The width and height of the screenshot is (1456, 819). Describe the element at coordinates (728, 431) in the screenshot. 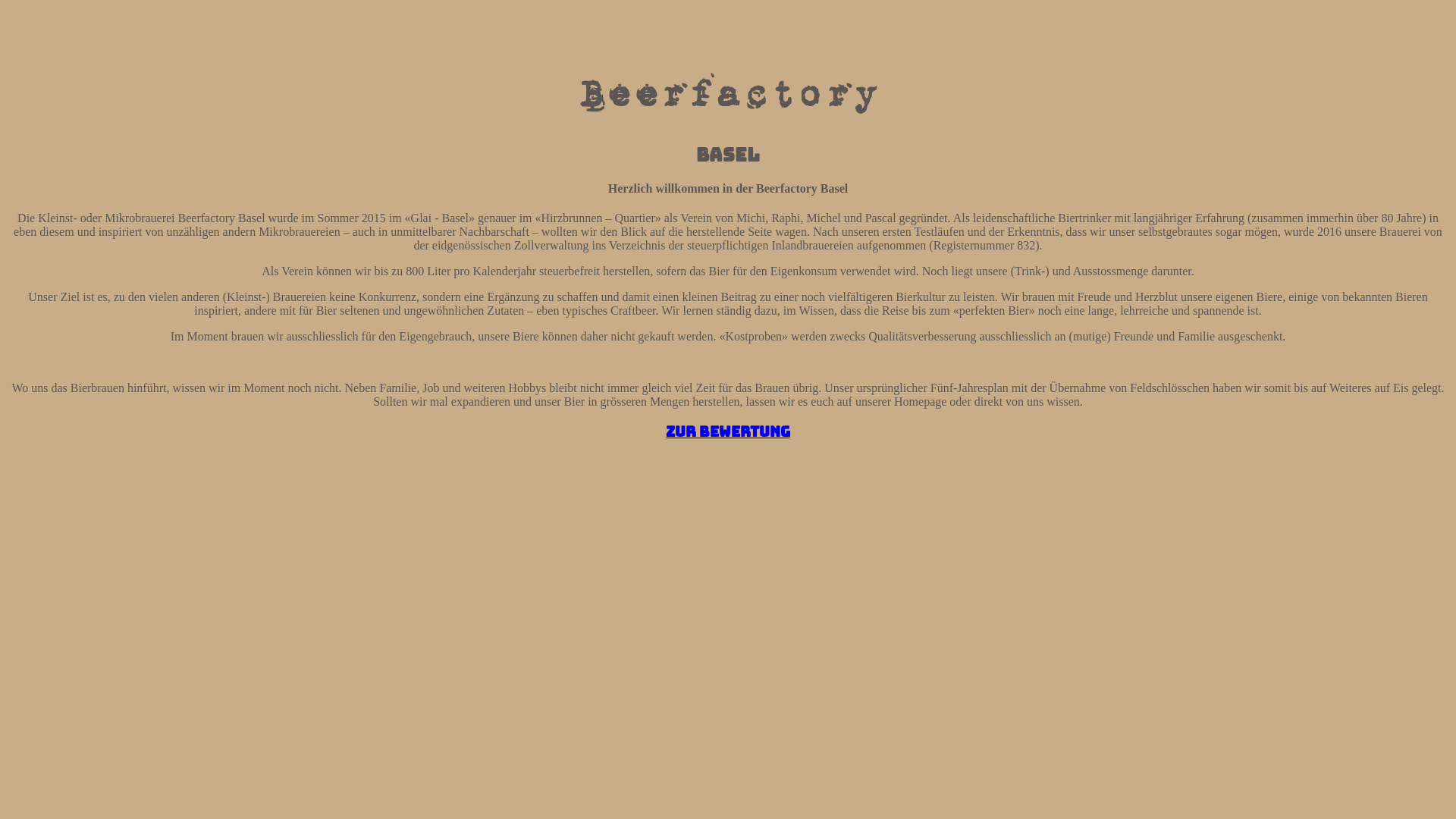

I see `'Zur Bewertung'` at that location.